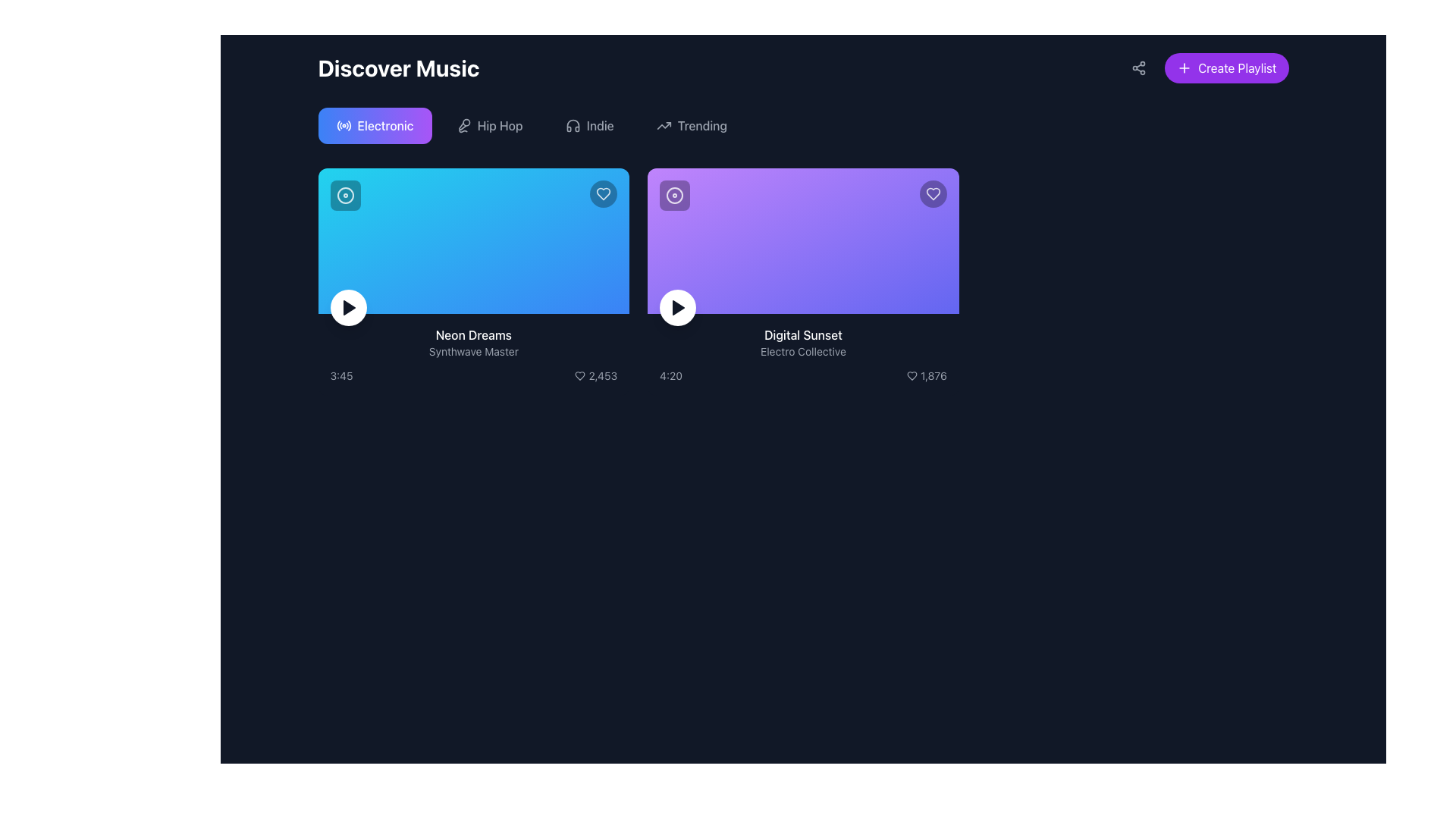 This screenshot has width=1456, height=819. Describe the element at coordinates (912, 375) in the screenshot. I see `the heart icon located in the top-right corner of the 'Digital Sunset' song card` at that location.